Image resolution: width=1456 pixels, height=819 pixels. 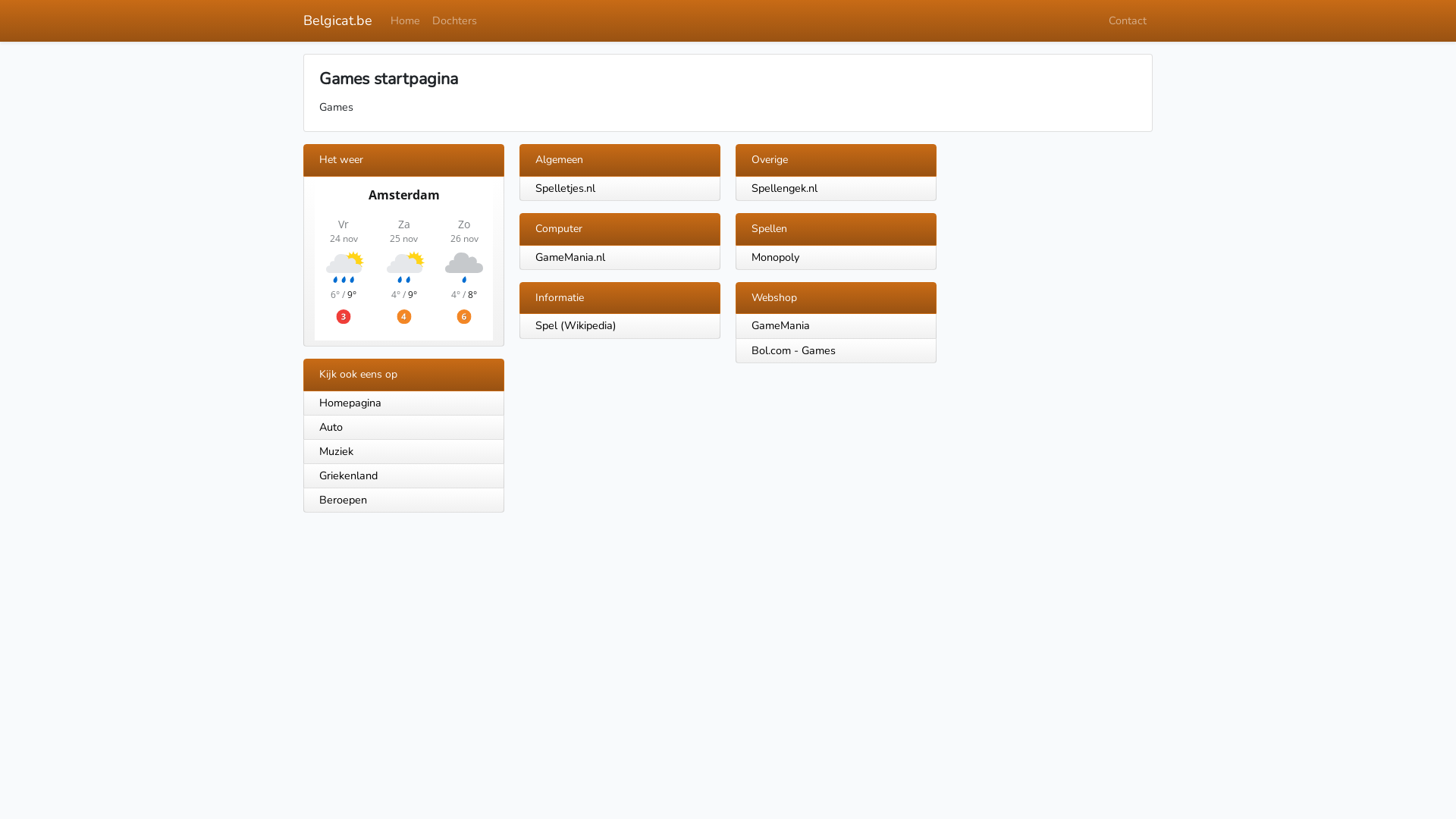 I want to click on 'Muziek', so click(x=403, y=451).